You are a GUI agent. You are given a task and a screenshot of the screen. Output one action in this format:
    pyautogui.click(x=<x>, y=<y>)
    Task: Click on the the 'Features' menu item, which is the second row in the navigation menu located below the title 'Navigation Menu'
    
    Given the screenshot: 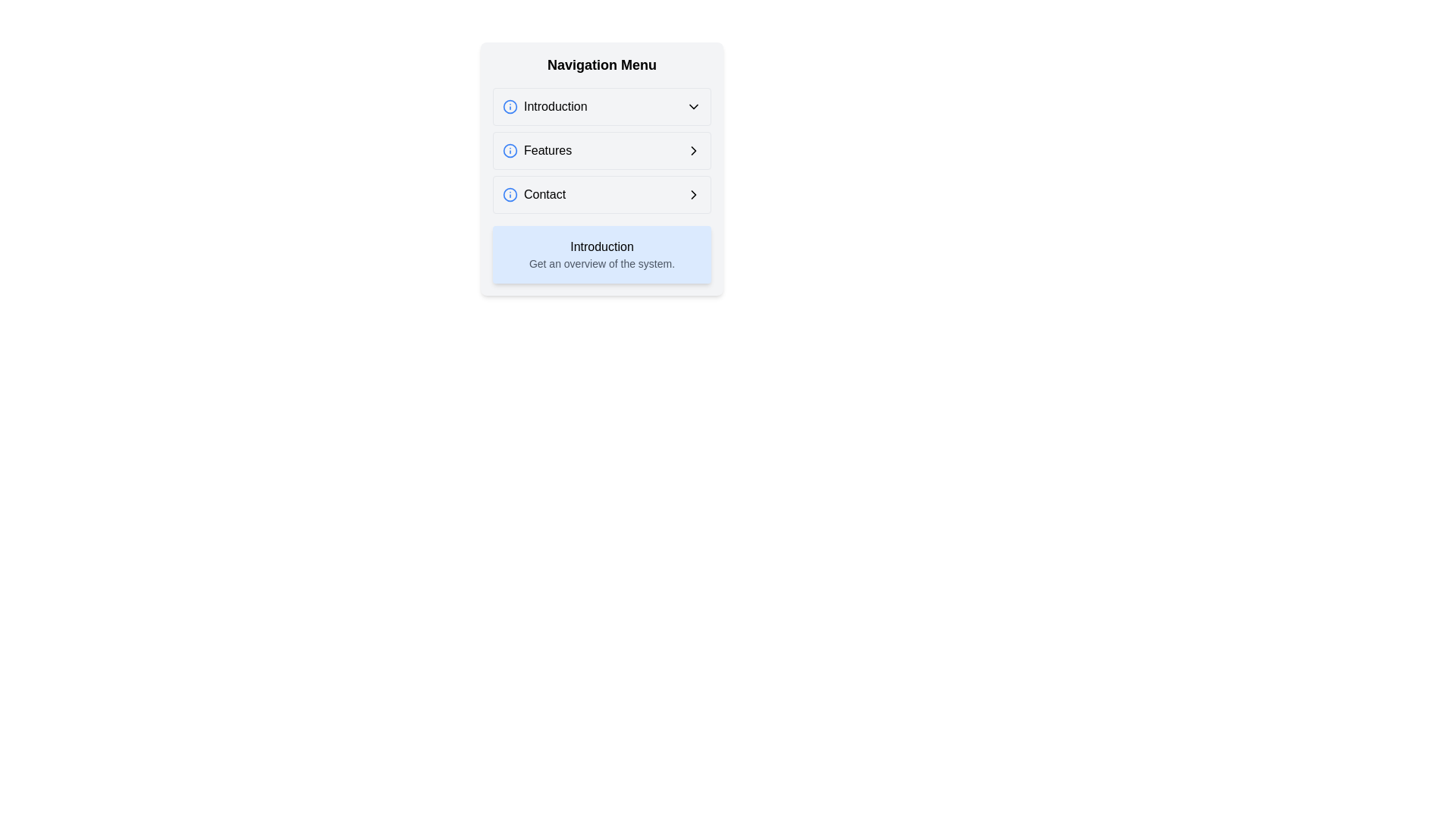 What is the action you would take?
    pyautogui.click(x=601, y=169)
    